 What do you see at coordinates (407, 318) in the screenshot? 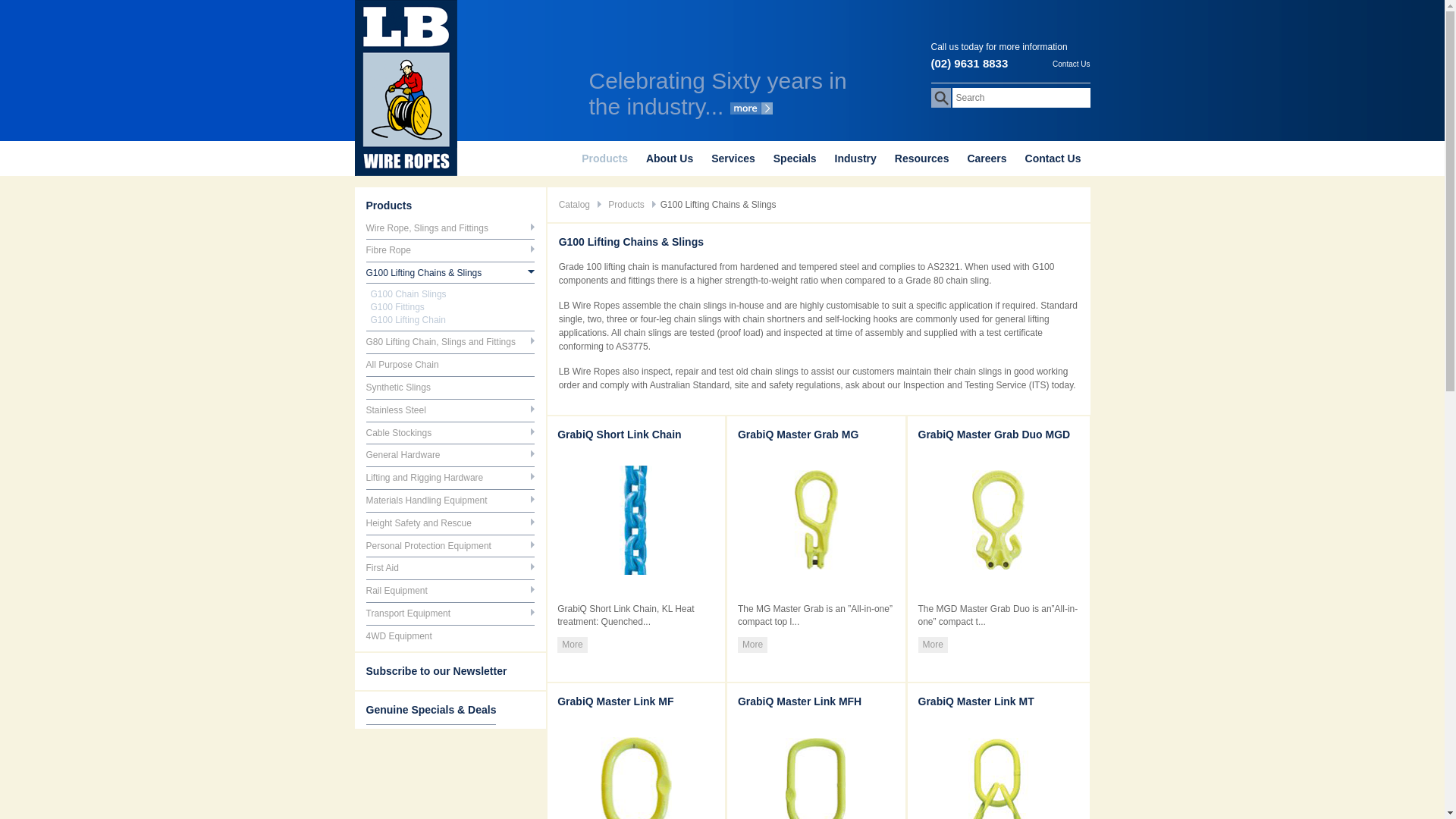
I see `'G100 Lifting Chain'` at bounding box center [407, 318].